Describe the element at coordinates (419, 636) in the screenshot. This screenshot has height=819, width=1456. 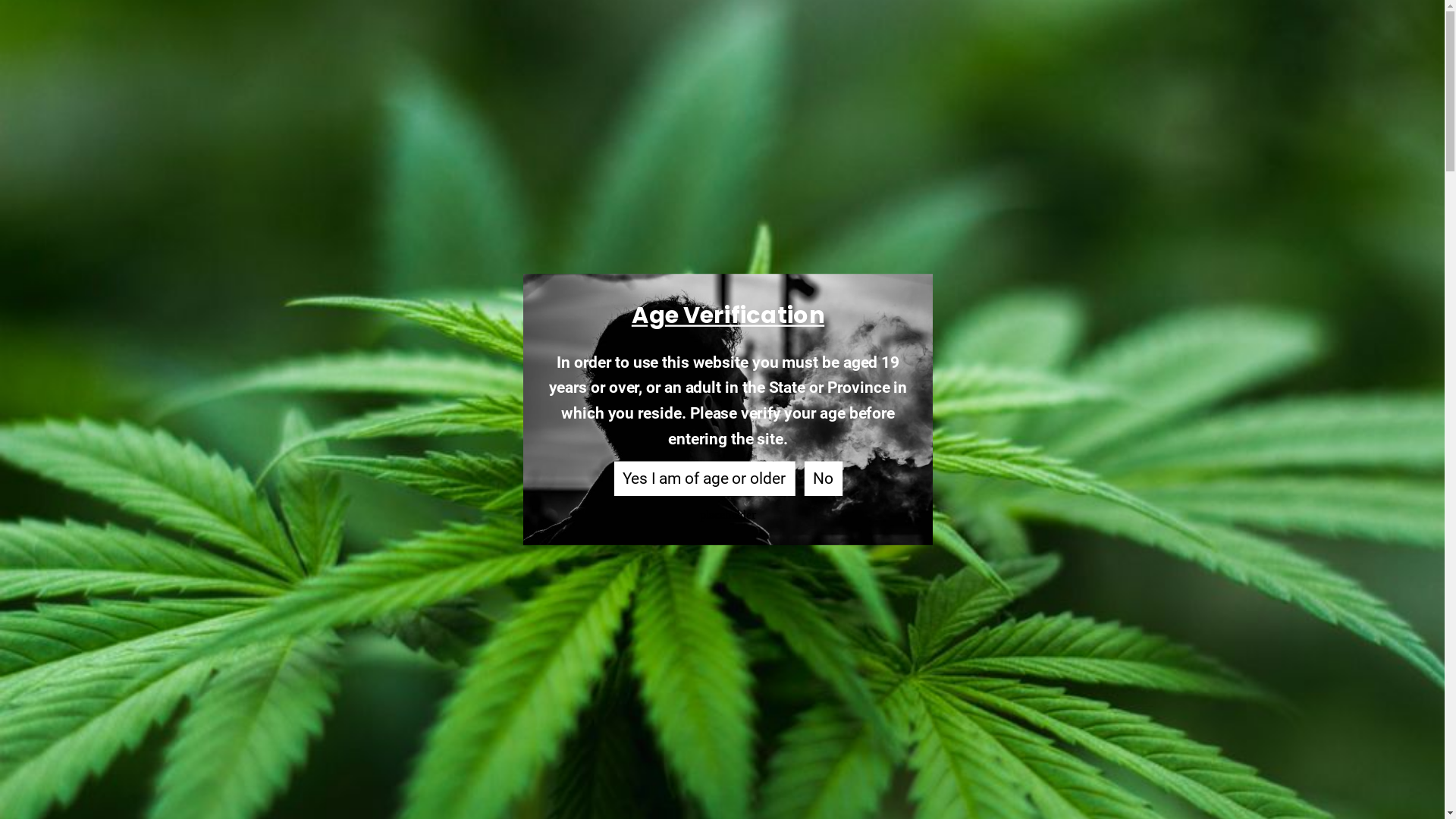
I see `'TERMS OF SERVICE'` at that location.